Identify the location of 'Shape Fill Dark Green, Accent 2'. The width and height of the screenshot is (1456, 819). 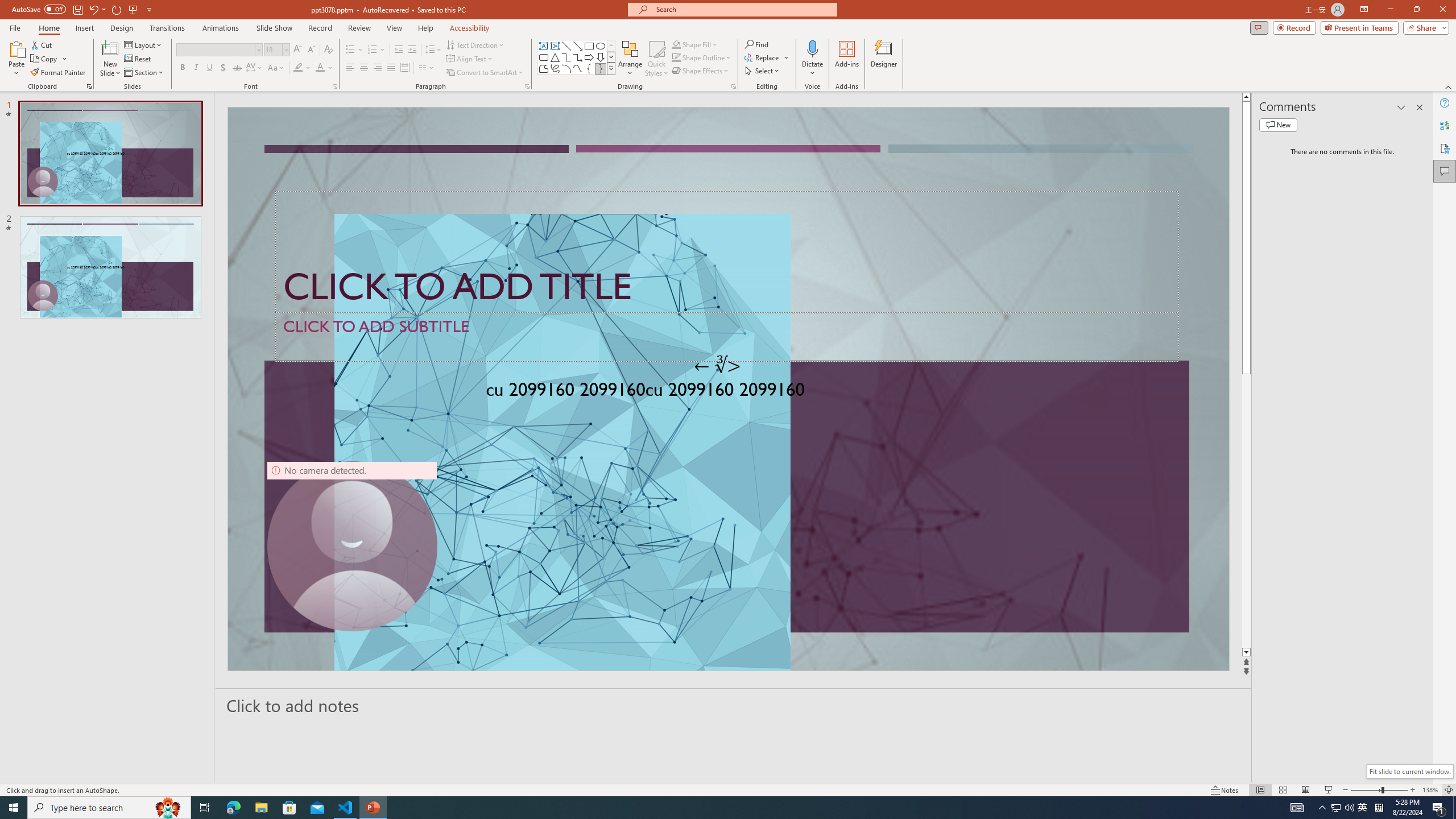
(676, 44).